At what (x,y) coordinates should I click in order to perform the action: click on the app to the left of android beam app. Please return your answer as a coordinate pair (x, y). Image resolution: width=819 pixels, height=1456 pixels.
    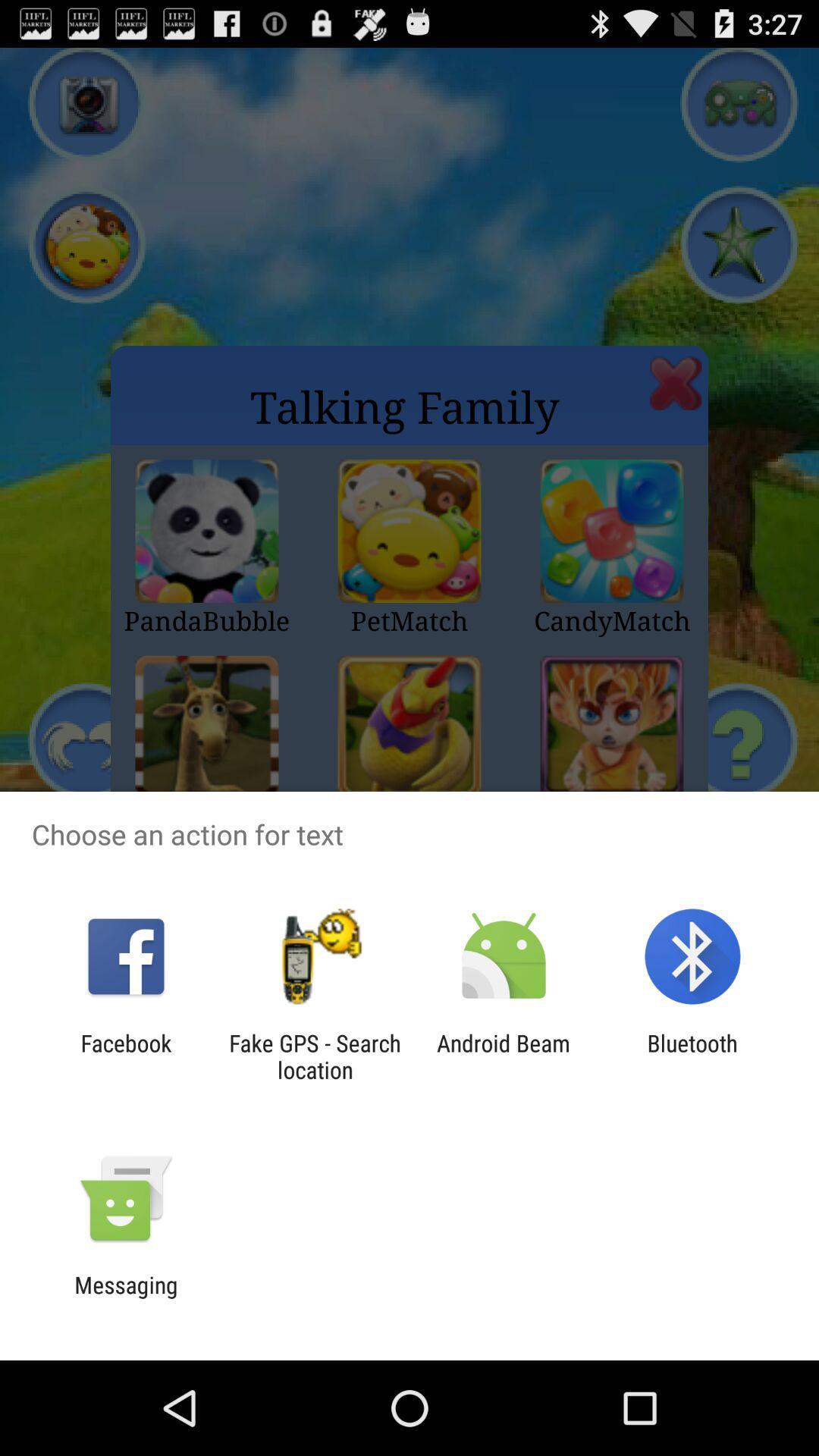
    Looking at the image, I should click on (314, 1056).